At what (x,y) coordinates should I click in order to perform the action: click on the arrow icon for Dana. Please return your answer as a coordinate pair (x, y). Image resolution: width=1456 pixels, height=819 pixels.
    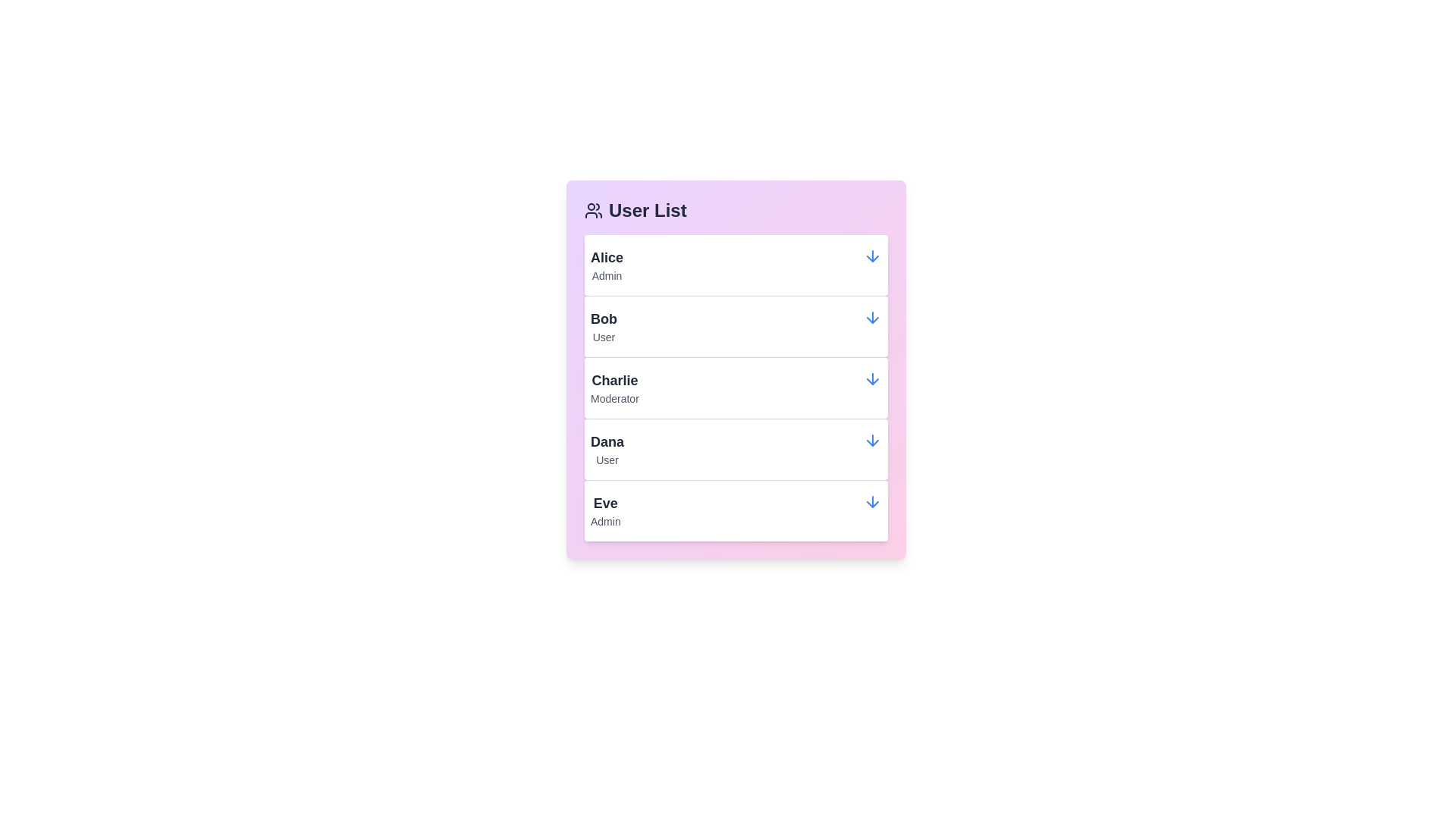
    Looking at the image, I should click on (873, 441).